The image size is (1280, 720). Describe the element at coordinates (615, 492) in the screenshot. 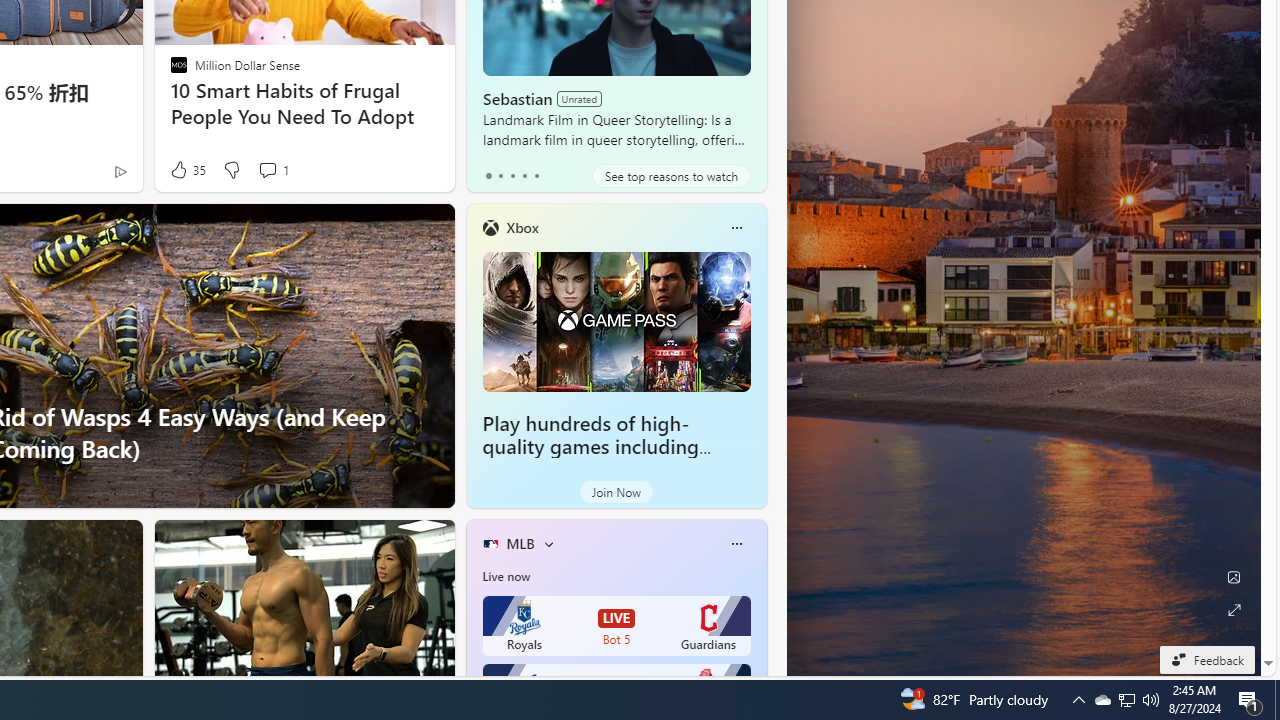

I see `'Join Now'` at that location.